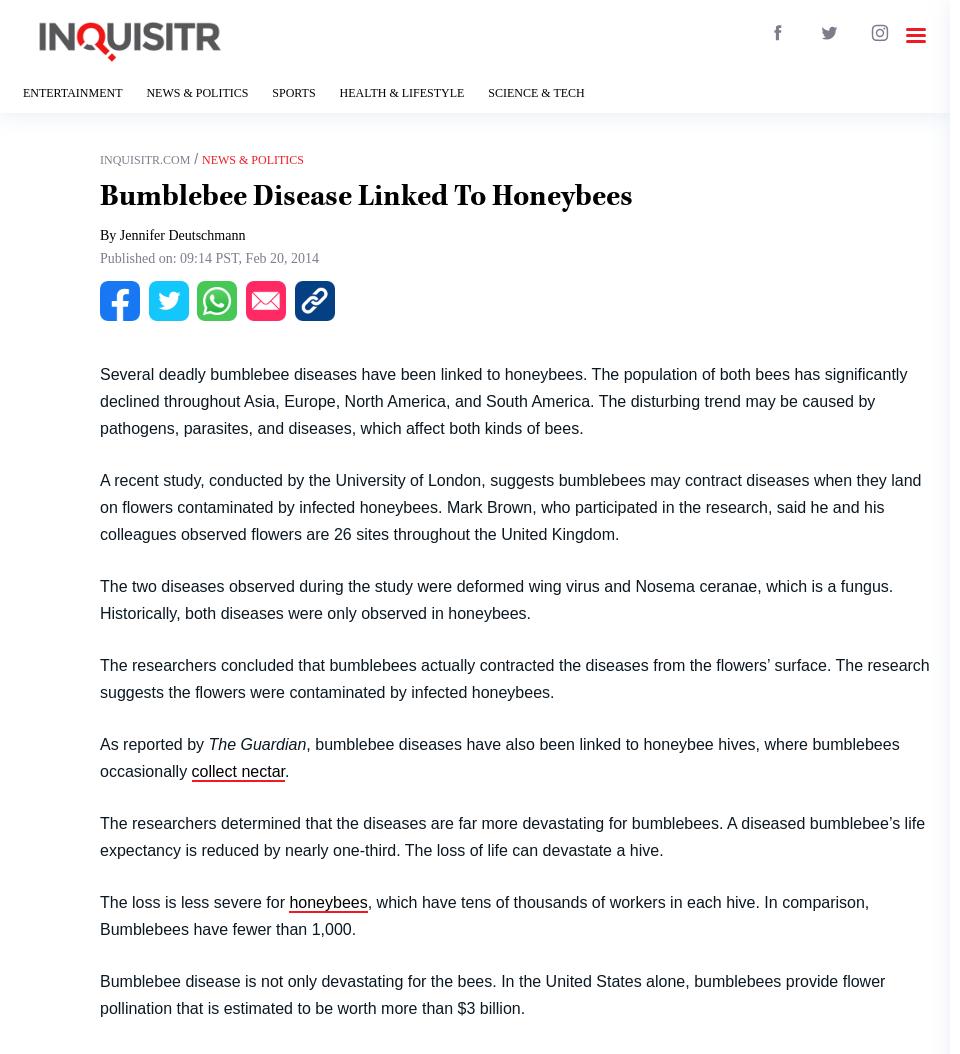  I want to click on 'collect nectar', so click(237, 770).